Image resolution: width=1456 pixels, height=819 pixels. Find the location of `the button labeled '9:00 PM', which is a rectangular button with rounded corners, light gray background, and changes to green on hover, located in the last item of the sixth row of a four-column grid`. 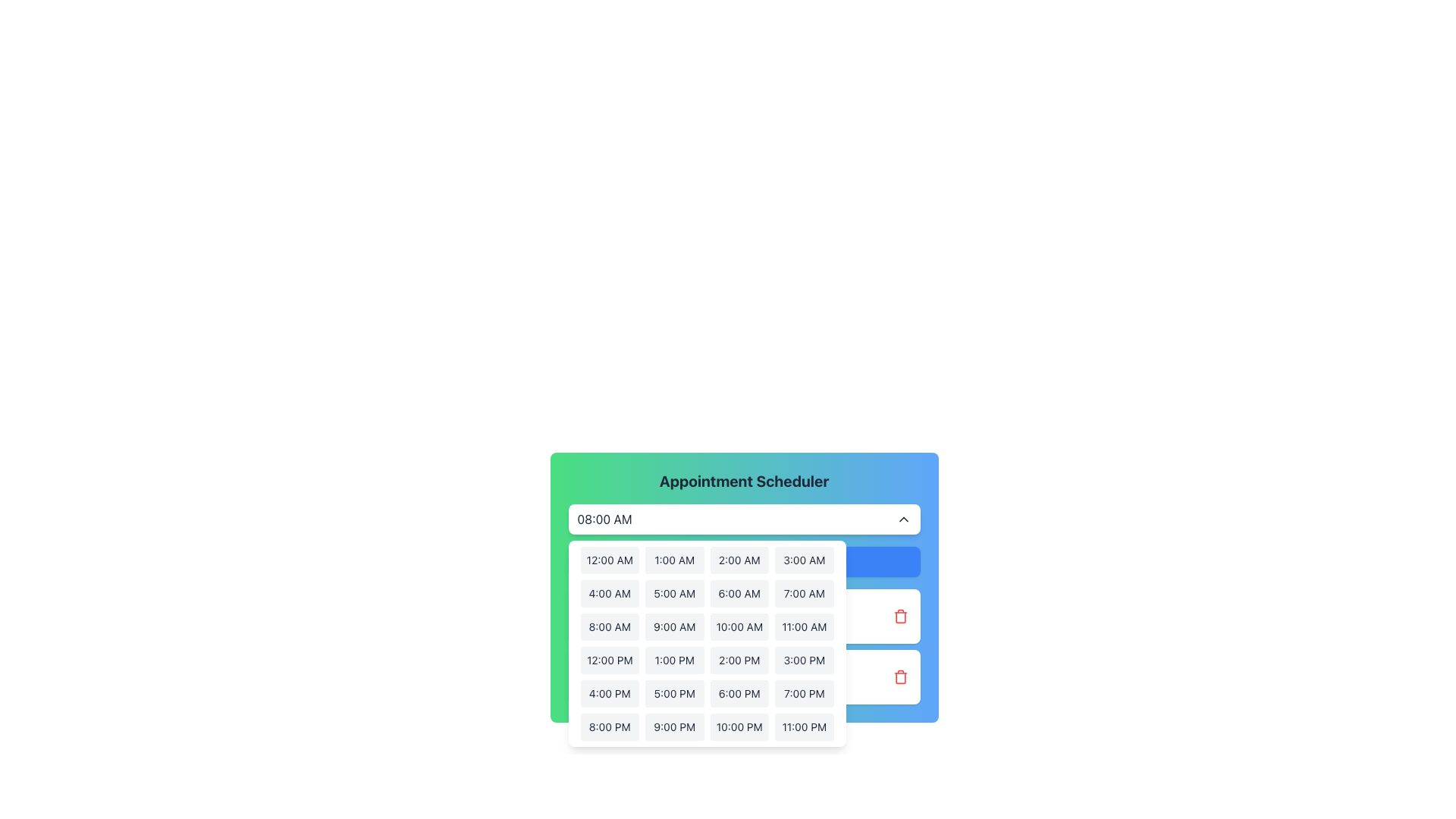

the button labeled '9:00 PM', which is a rectangular button with rounded corners, light gray background, and changes to green on hover, located in the last item of the sixth row of a four-column grid is located at coordinates (673, 726).